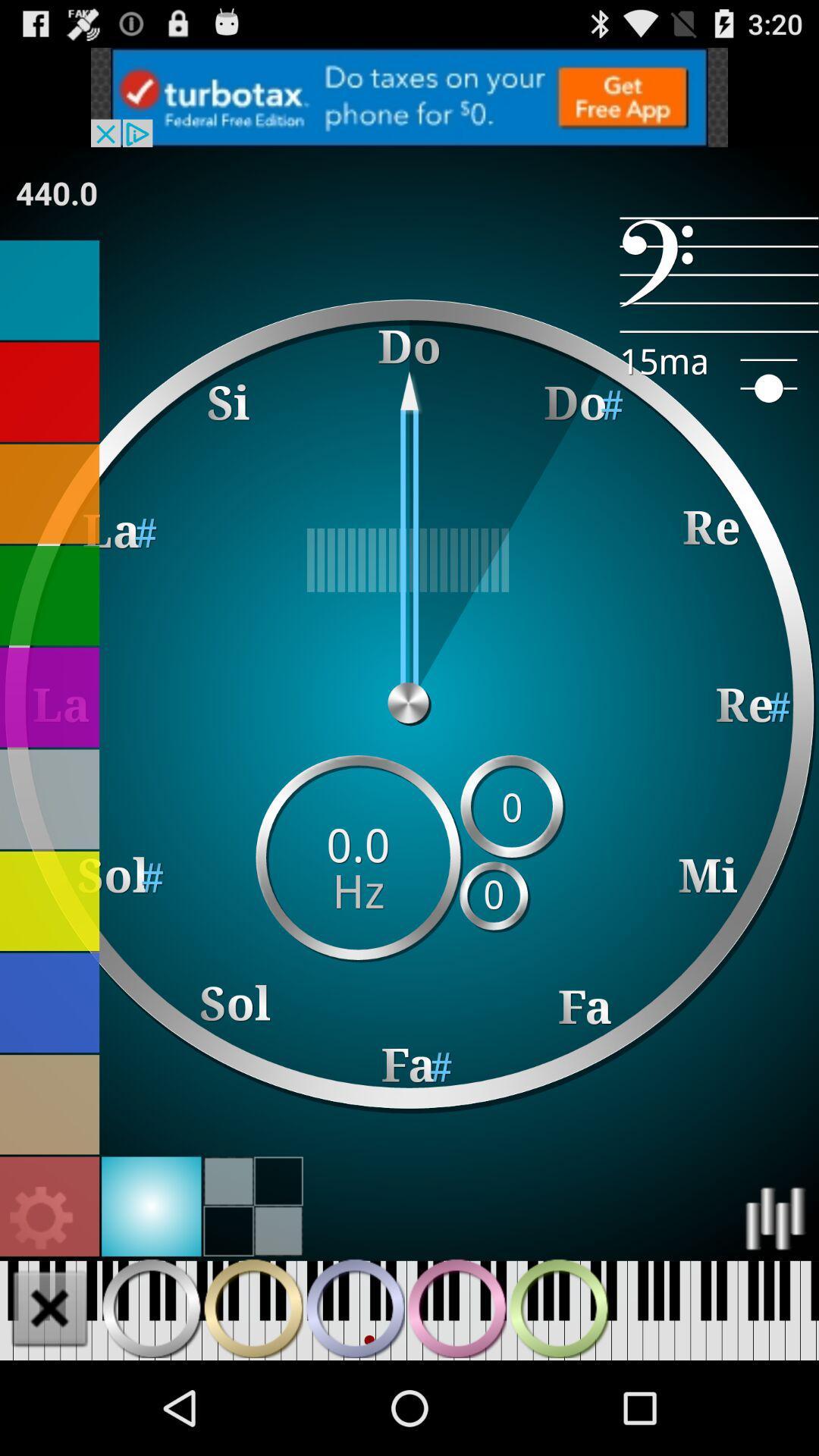  Describe the element at coordinates (49, 799) in the screenshot. I see `change background color to grey` at that location.